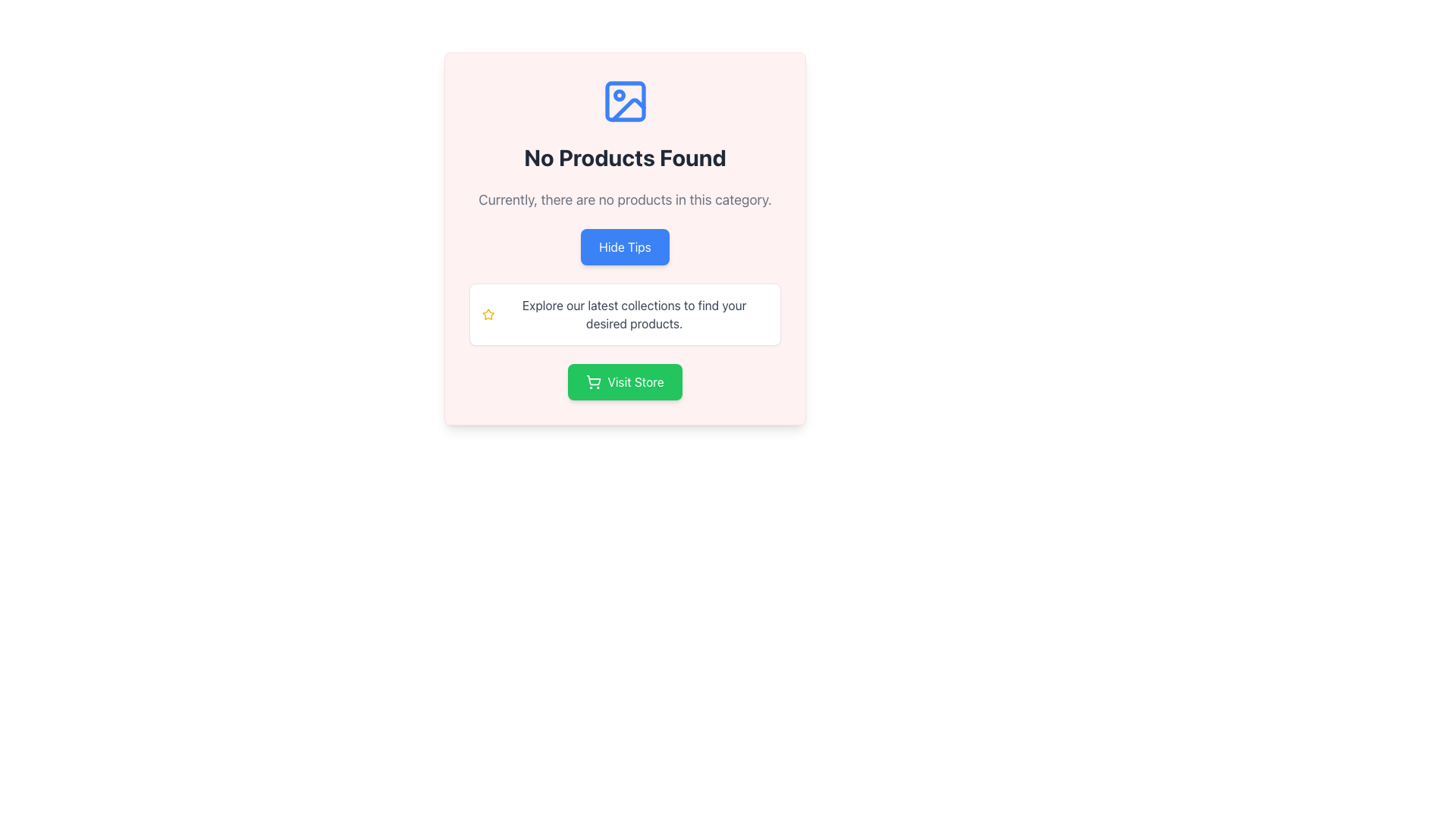 This screenshot has width=1456, height=819. Describe the element at coordinates (488, 313) in the screenshot. I see `the star graphical element that represents a rating system or favorite marker` at that location.